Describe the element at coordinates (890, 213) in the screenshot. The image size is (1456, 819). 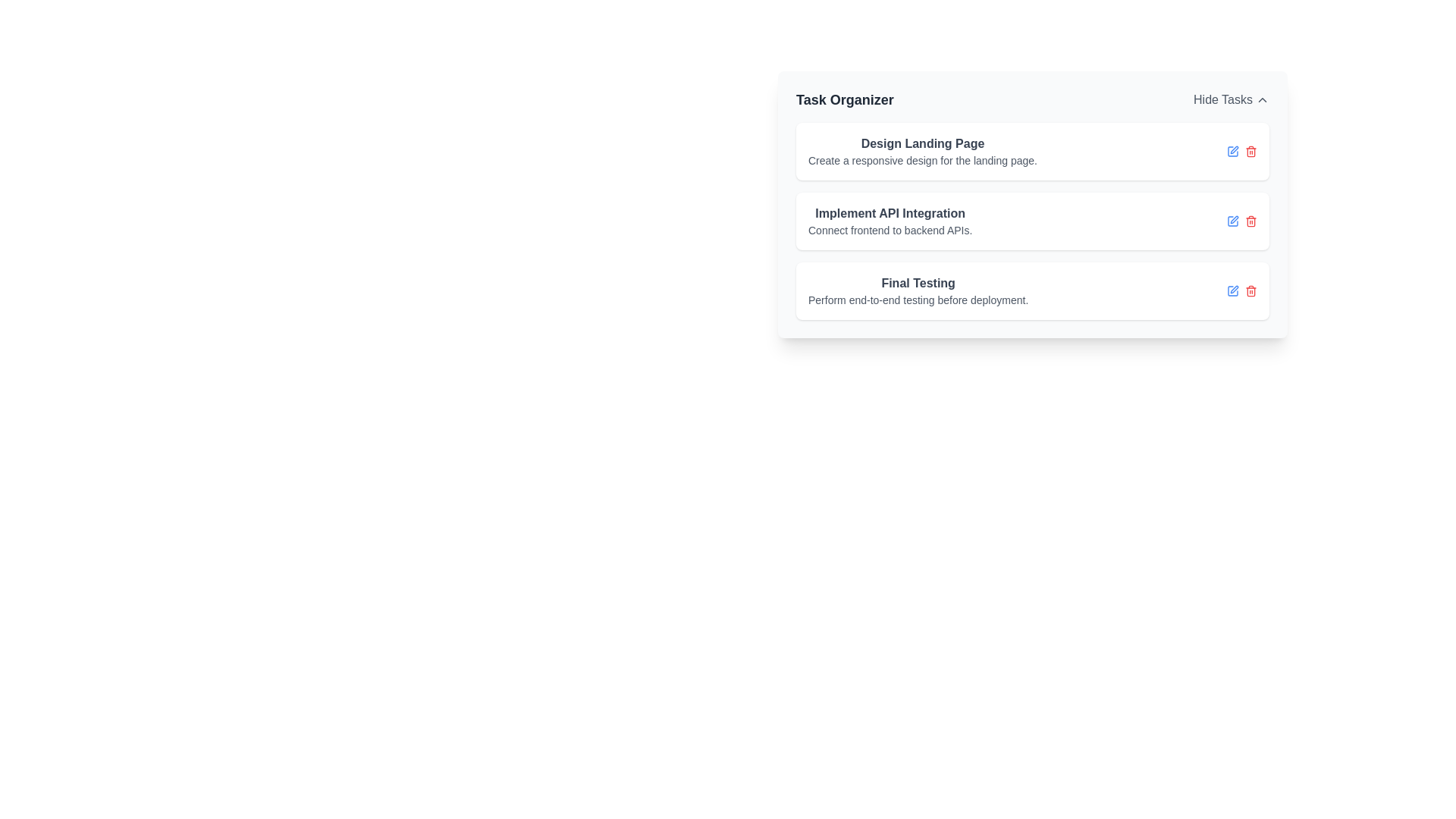
I see `the text in the title header of the second task in the 'Task Organizer' panel, which summarizes the task's content and purpose, to enable copying or other actions` at that location.